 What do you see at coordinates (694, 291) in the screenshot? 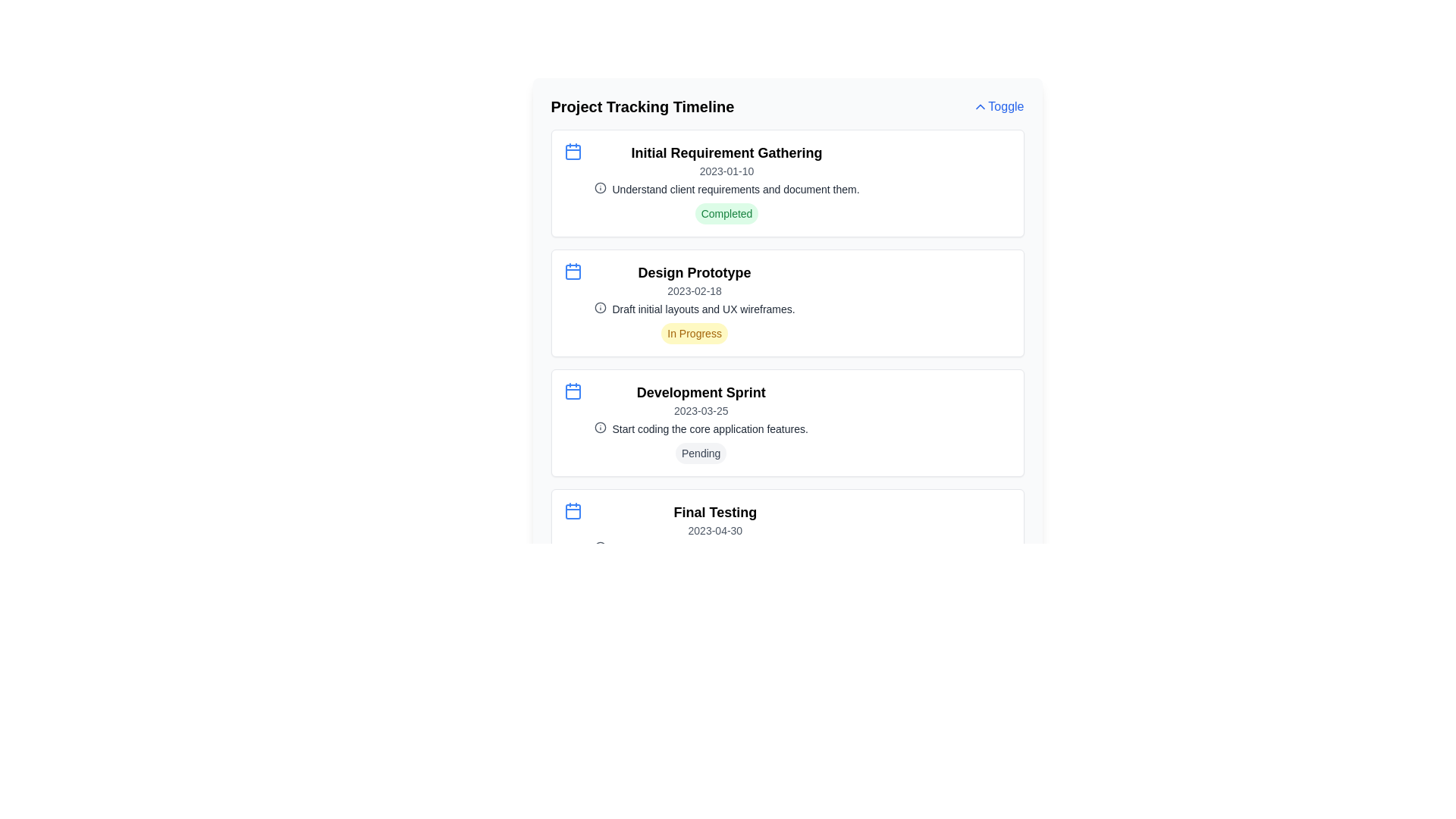
I see `the small gray text displaying the date '2023-02-18', which is positioned below the title 'Design Prototype' and above the description text in the 'Design Prototype' section` at bounding box center [694, 291].